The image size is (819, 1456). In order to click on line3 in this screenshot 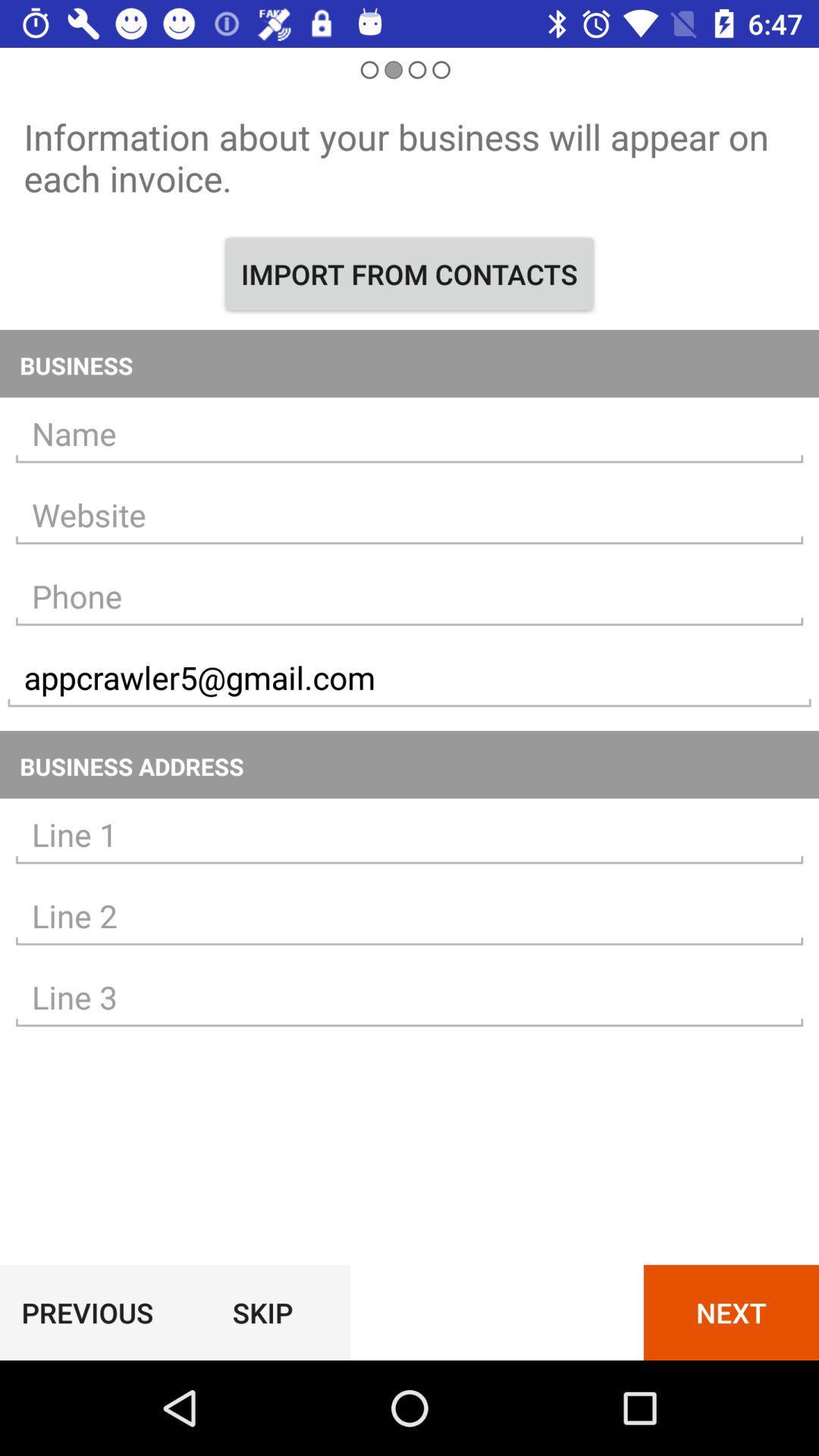, I will do `click(409, 997)`.